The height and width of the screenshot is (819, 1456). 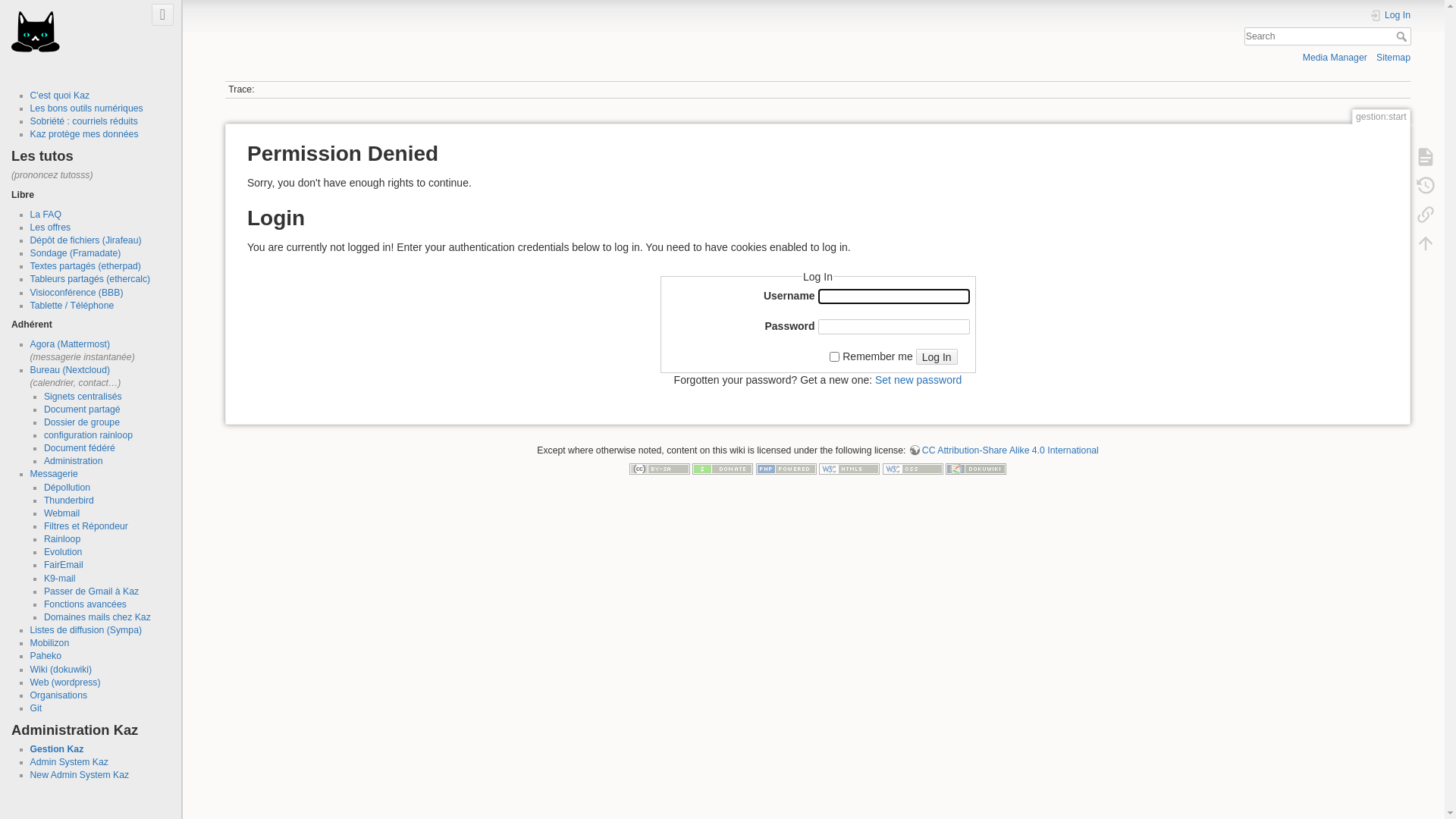 What do you see at coordinates (1402, 35) in the screenshot?
I see `'Search'` at bounding box center [1402, 35].